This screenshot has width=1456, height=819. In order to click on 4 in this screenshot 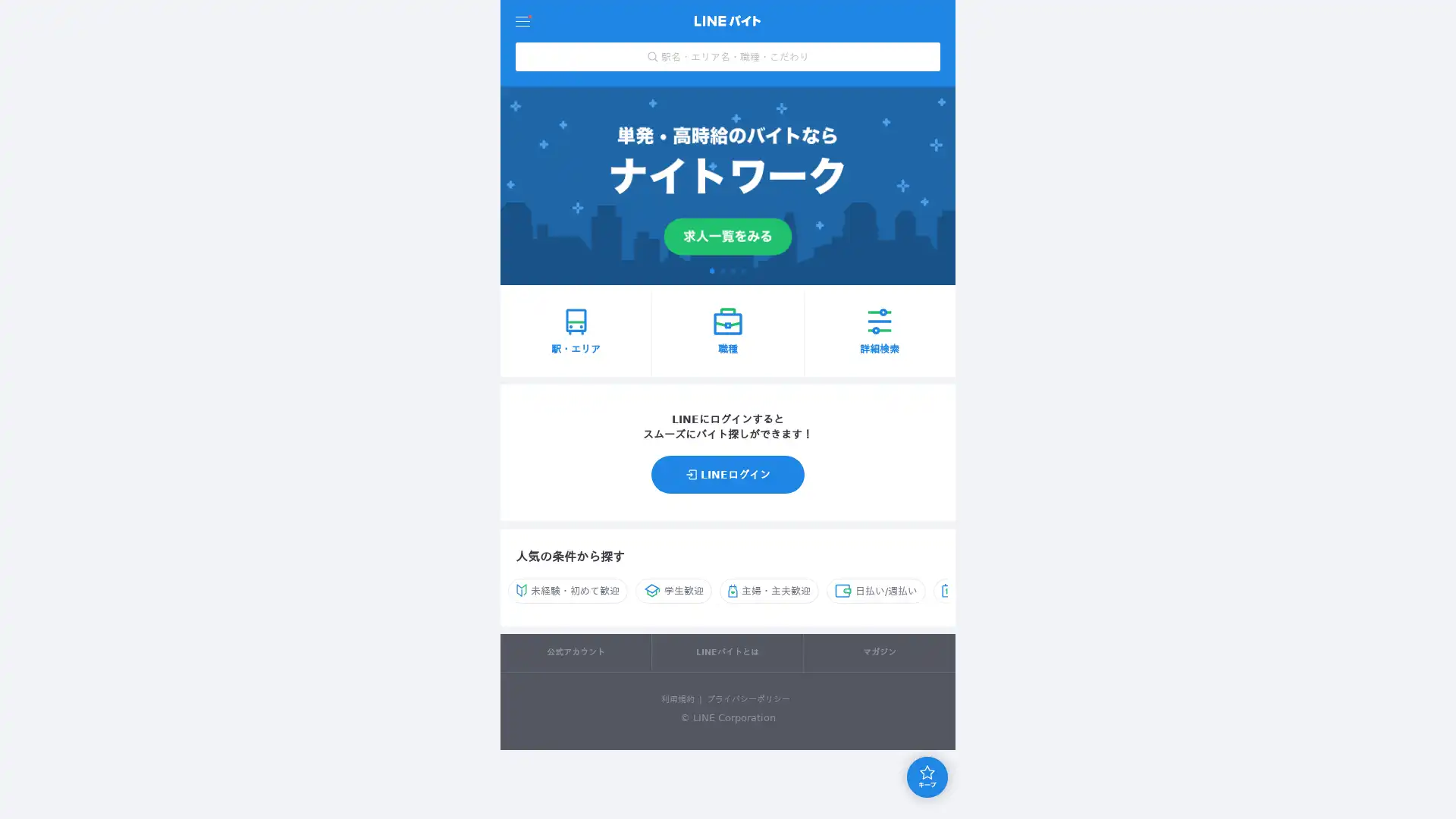, I will do `click(742, 269)`.